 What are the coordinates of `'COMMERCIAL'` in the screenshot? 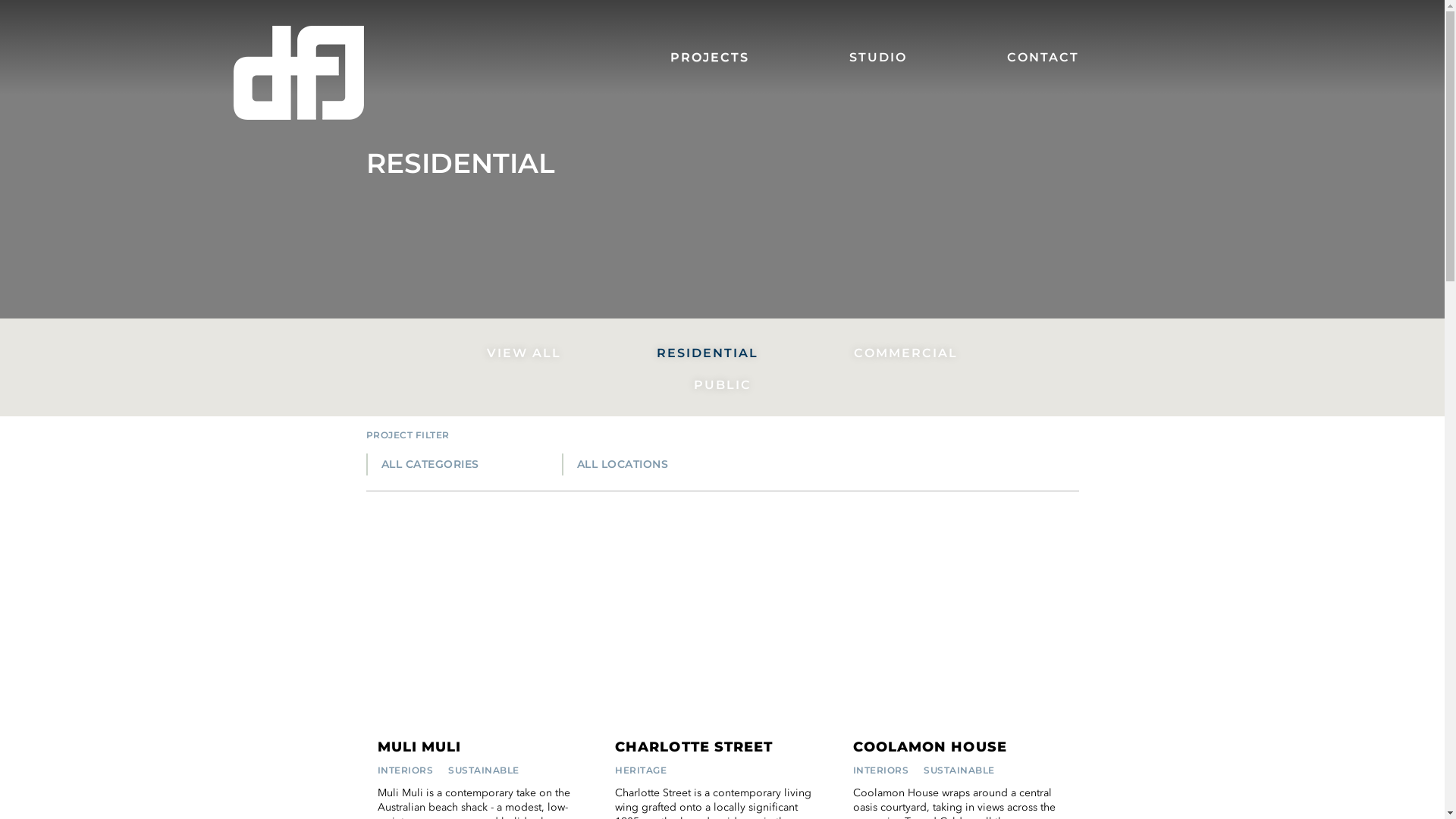 It's located at (905, 353).